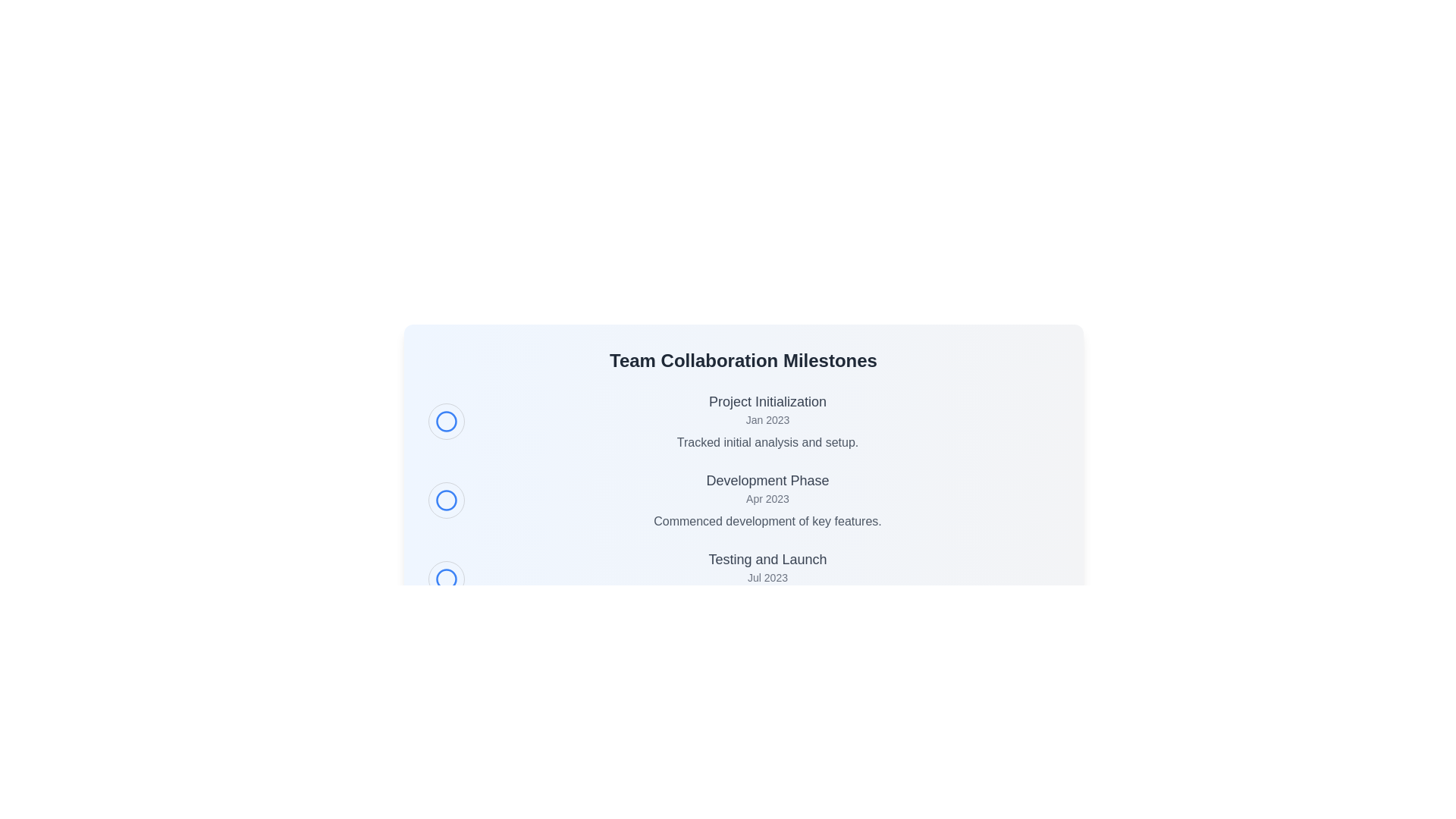 The image size is (1456, 819). What do you see at coordinates (445, 421) in the screenshot?
I see `the inner decorative point of the graphical marker representing the first milestone in the 'Team Collaboration Milestones' timeline` at bounding box center [445, 421].